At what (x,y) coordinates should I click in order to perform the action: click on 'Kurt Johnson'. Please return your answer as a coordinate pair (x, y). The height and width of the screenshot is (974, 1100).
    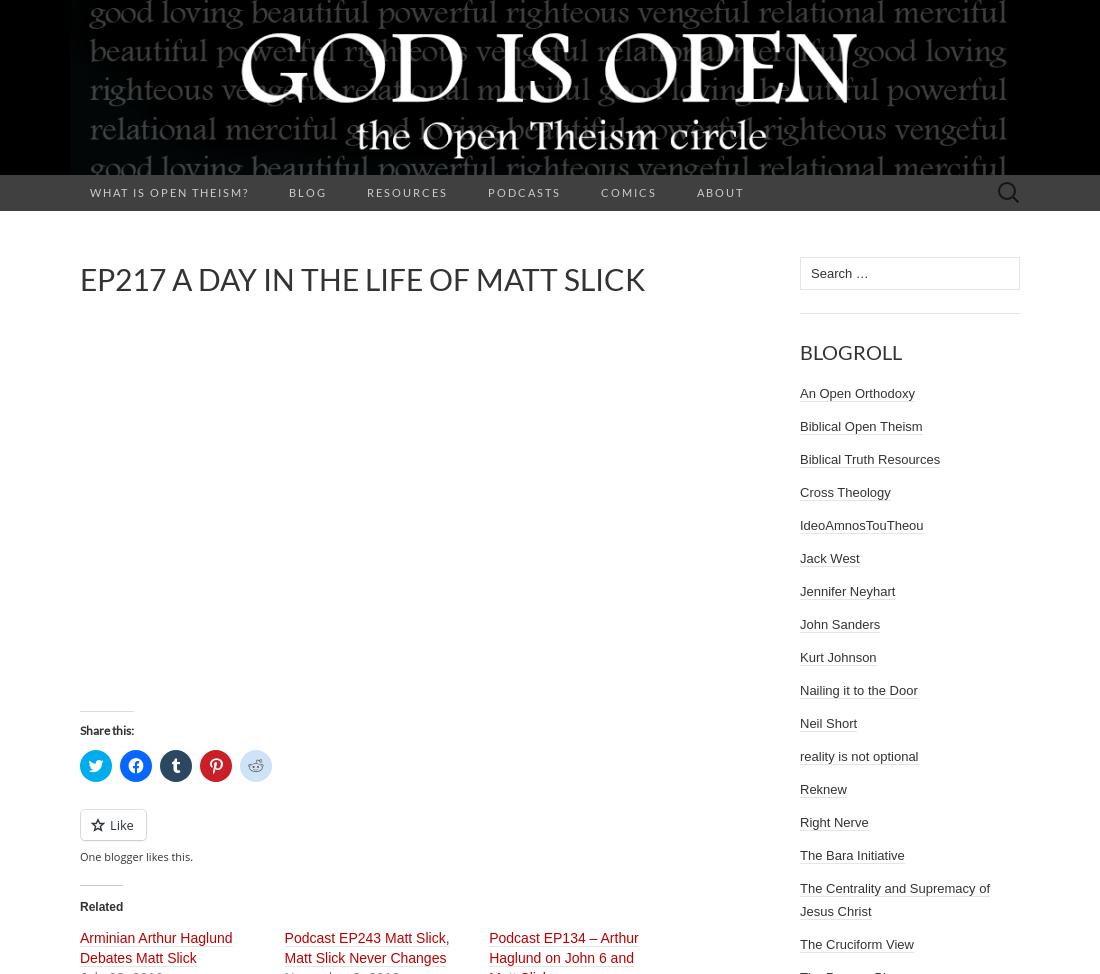
    Looking at the image, I should click on (836, 657).